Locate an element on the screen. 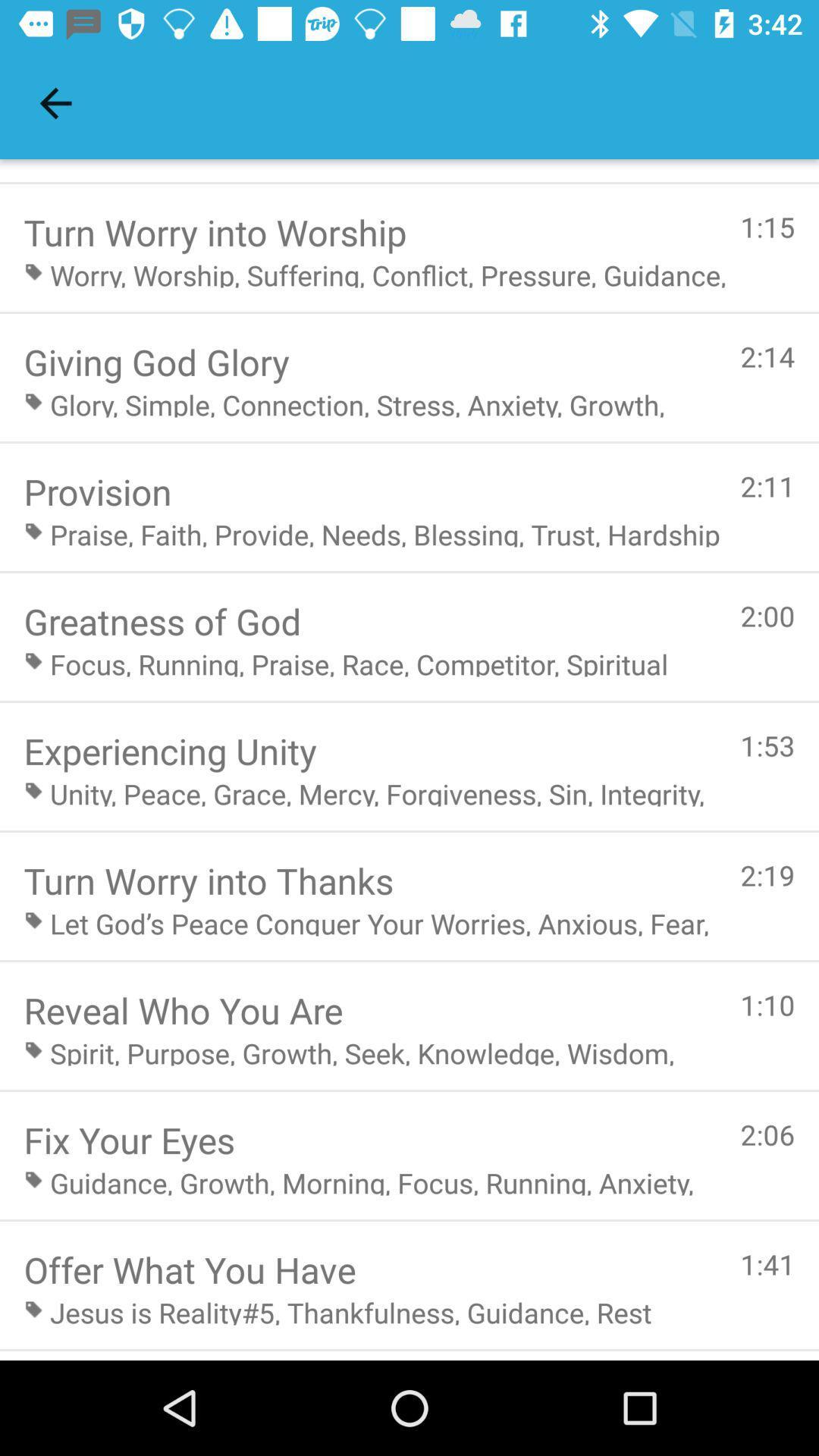 This screenshot has width=819, height=1456. icon above the turn worry into item is located at coordinates (55, 102).